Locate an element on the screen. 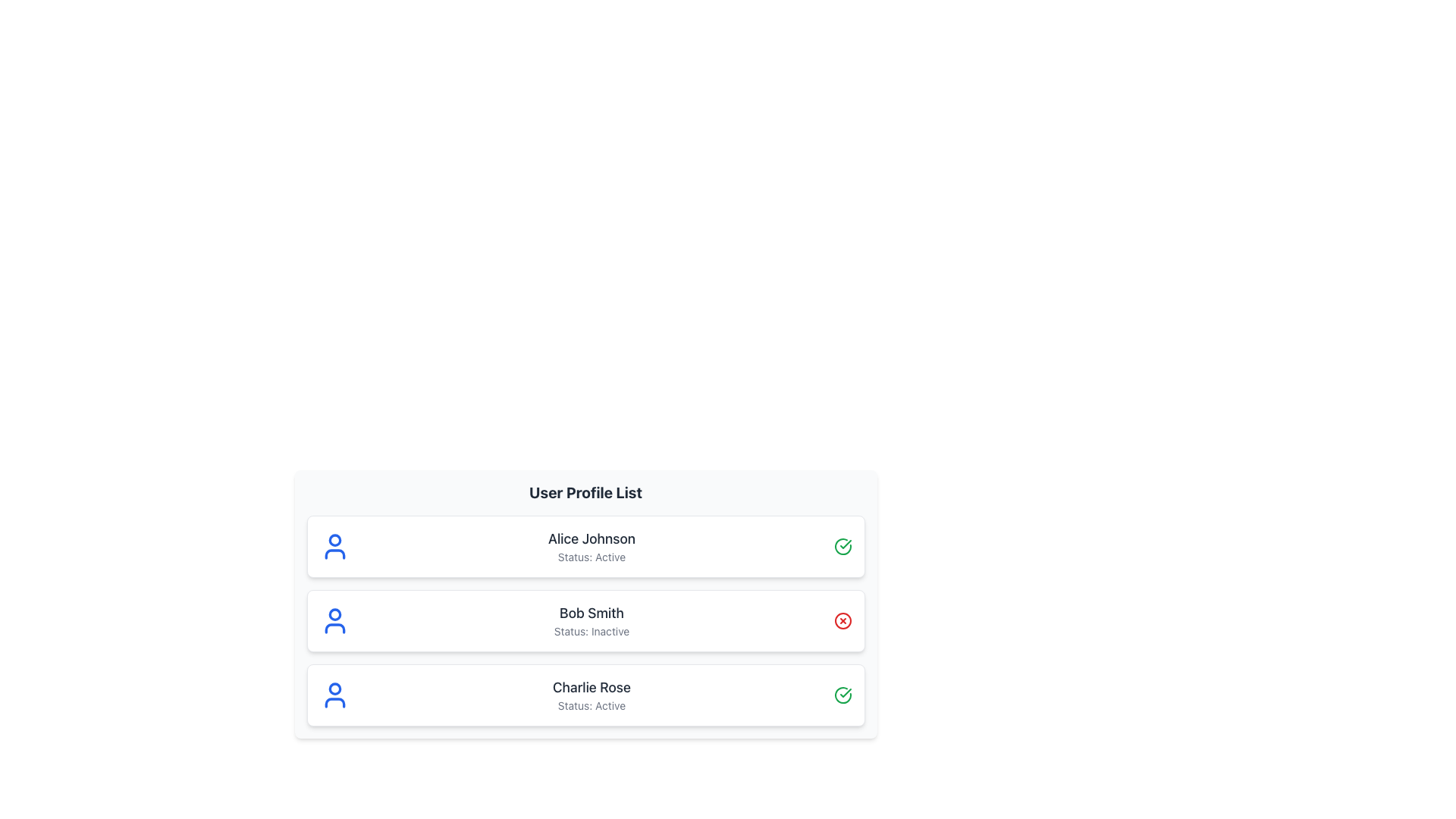 Image resolution: width=1456 pixels, height=819 pixels. information displayed in the text content showing 'Bob Smith' and 'Status: Inactive' located in the second user profile card is located at coordinates (591, 620).